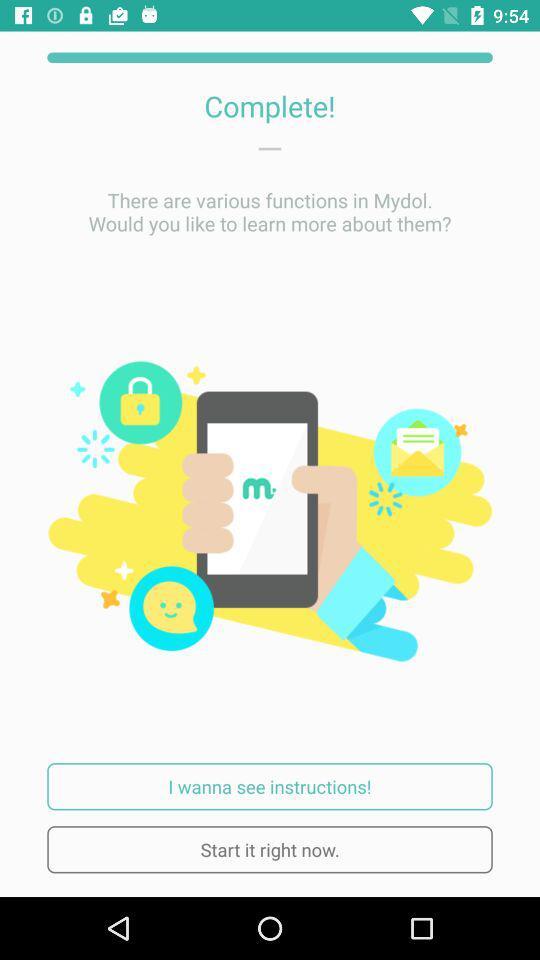 The image size is (540, 960). I want to click on item below i wanna see item, so click(270, 848).